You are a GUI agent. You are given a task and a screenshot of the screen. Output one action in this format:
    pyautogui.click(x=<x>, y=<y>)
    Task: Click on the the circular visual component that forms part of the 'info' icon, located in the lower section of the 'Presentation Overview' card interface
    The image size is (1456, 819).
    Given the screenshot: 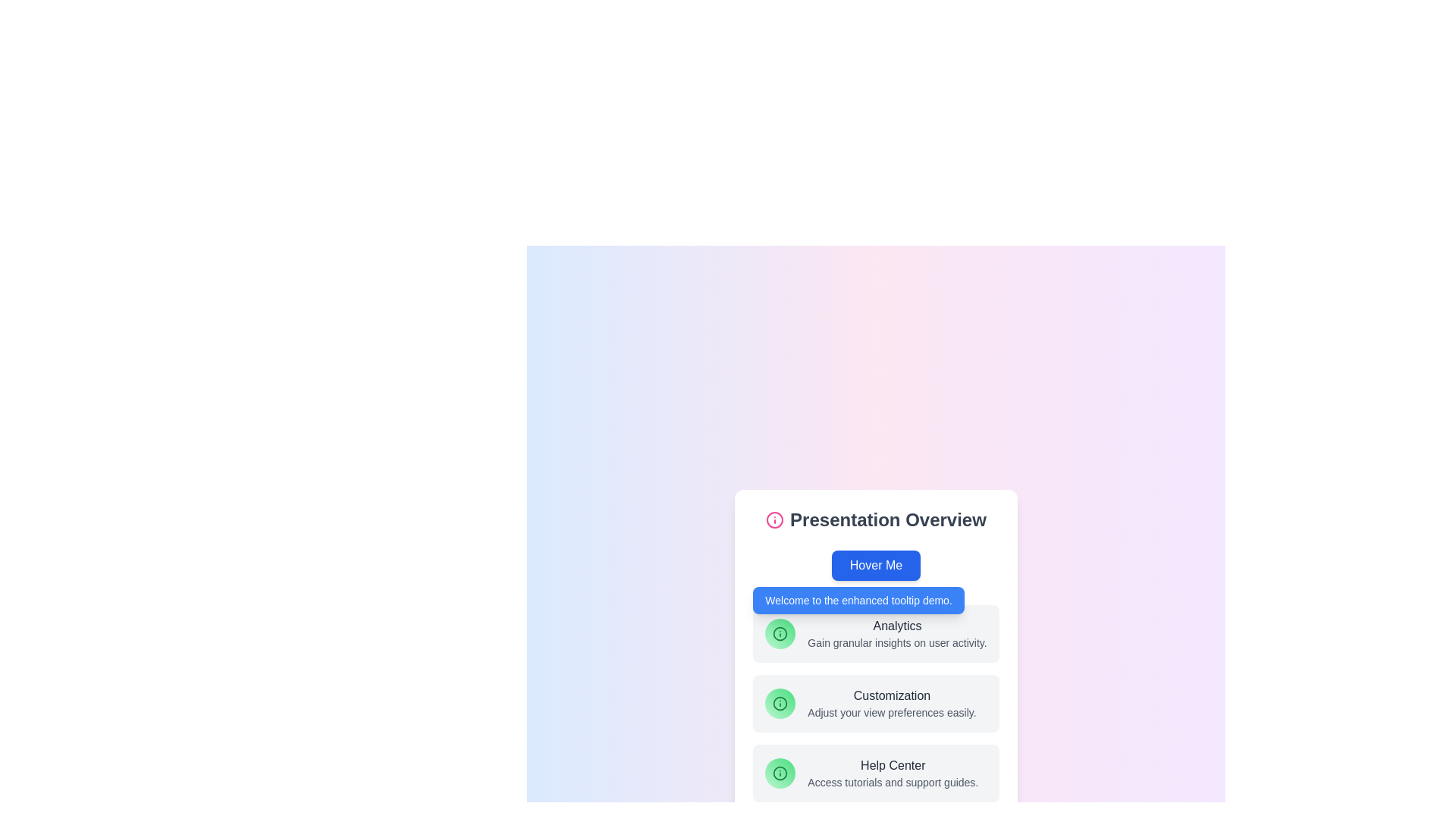 What is the action you would take?
    pyautogui.click(x=775, y=519)
    